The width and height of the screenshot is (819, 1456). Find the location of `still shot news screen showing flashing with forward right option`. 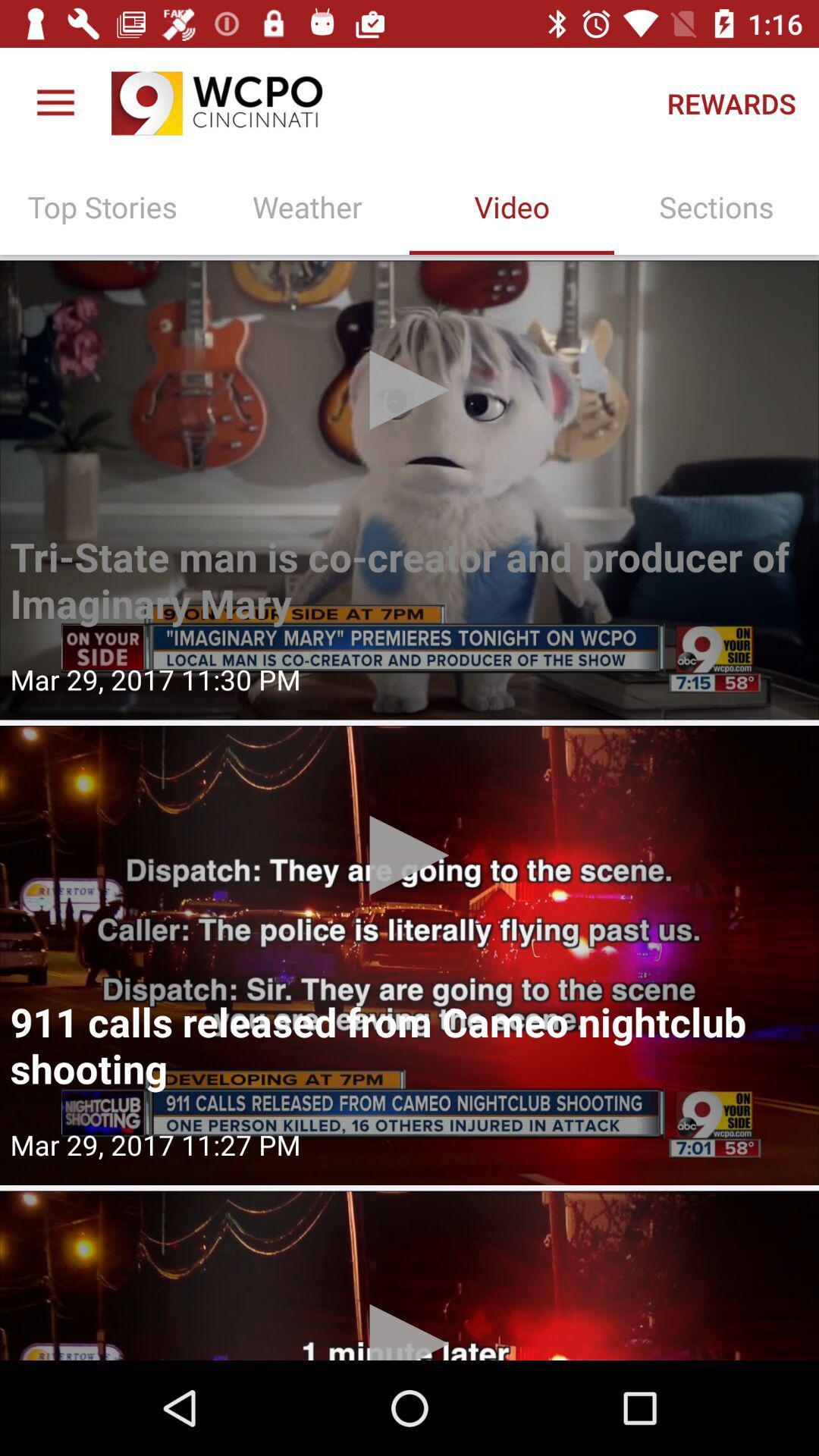

still shot news screen showing flashing with forward right option is located at coordinates (409, 490).